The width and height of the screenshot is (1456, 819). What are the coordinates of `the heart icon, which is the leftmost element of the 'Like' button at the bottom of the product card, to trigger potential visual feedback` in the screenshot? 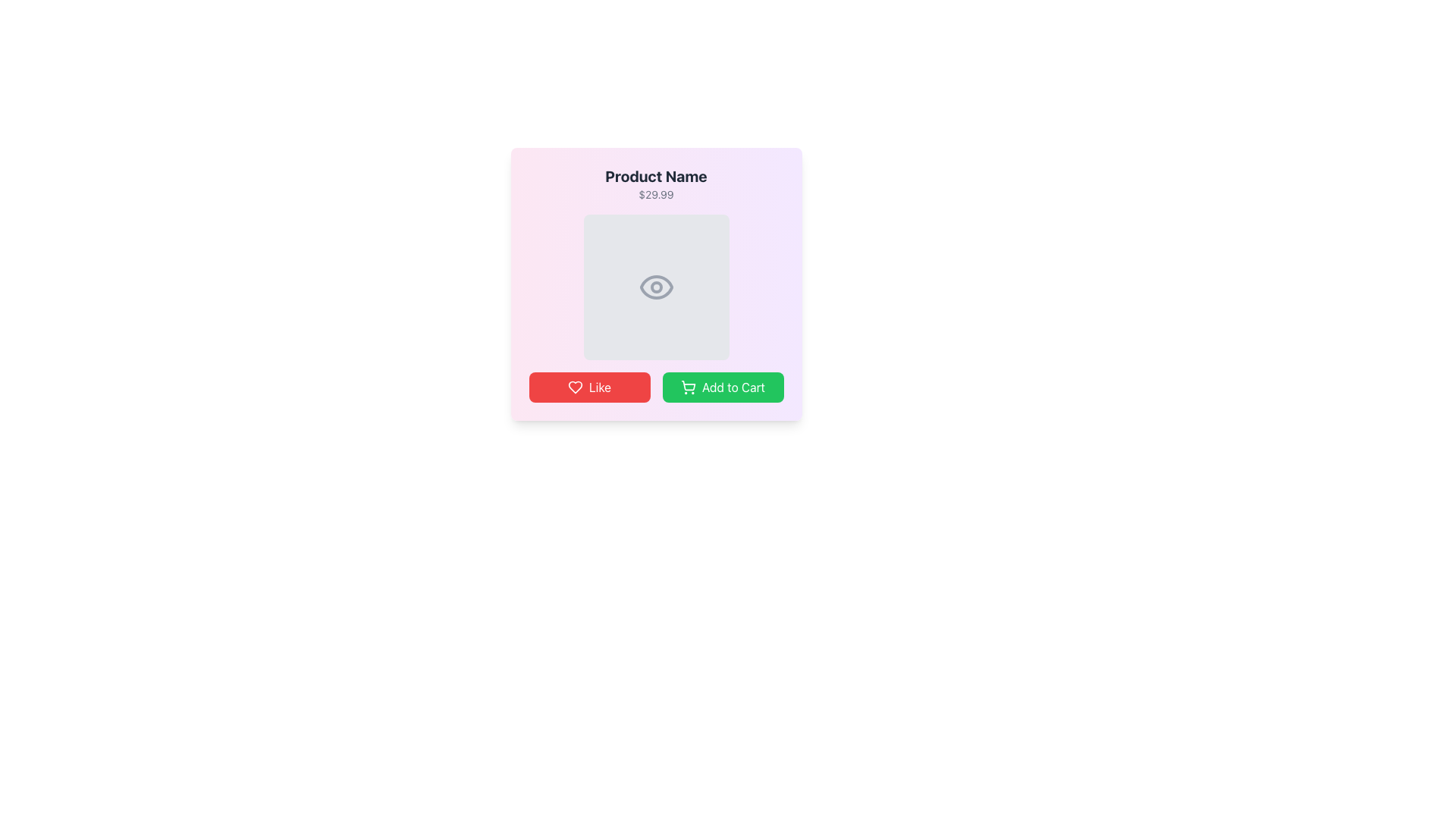 It's located at (574, 386).